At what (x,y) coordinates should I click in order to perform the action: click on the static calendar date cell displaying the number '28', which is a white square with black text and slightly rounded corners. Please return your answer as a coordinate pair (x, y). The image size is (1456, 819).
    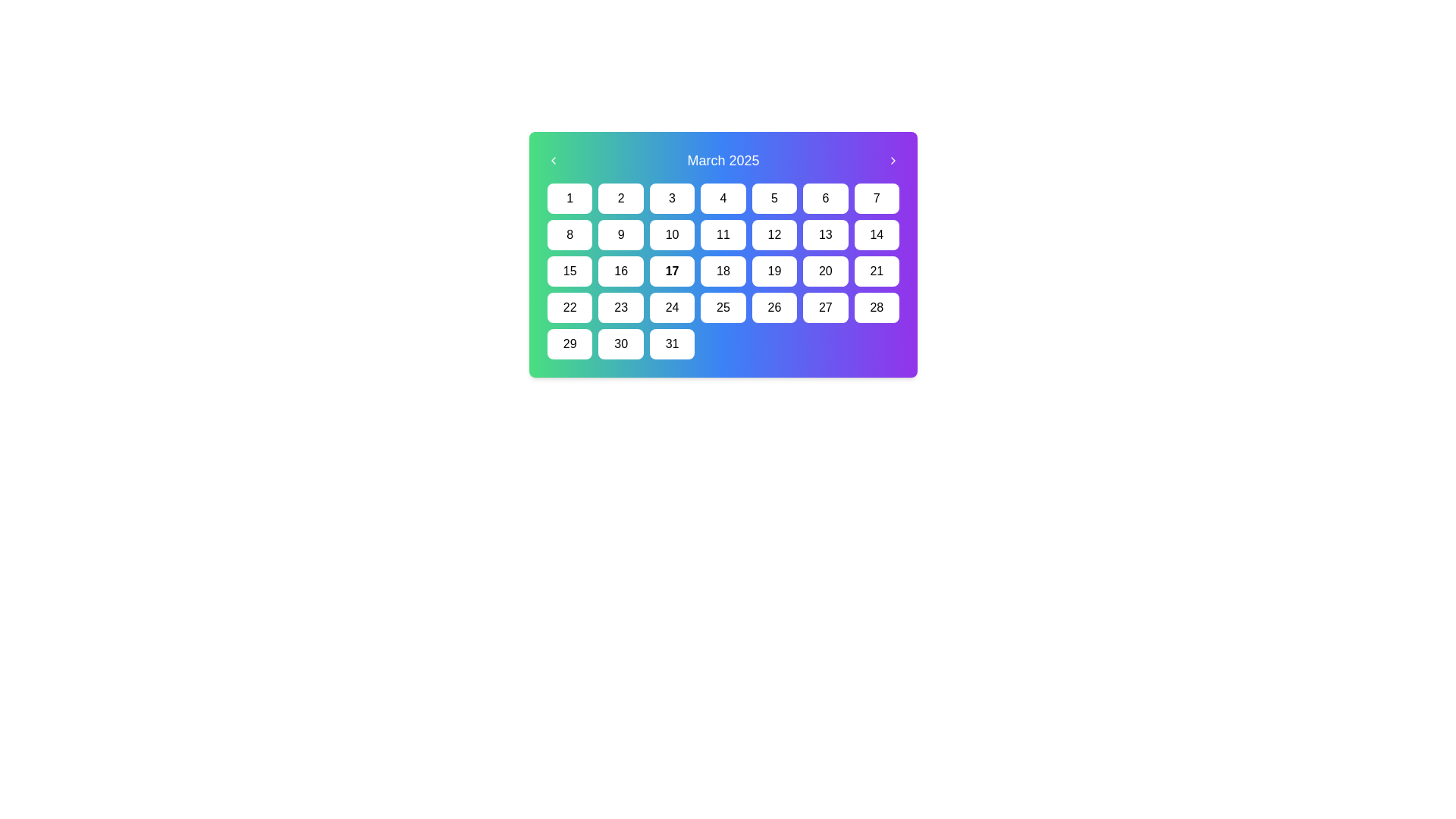
    Looking at the image, I should click on (877, 307).